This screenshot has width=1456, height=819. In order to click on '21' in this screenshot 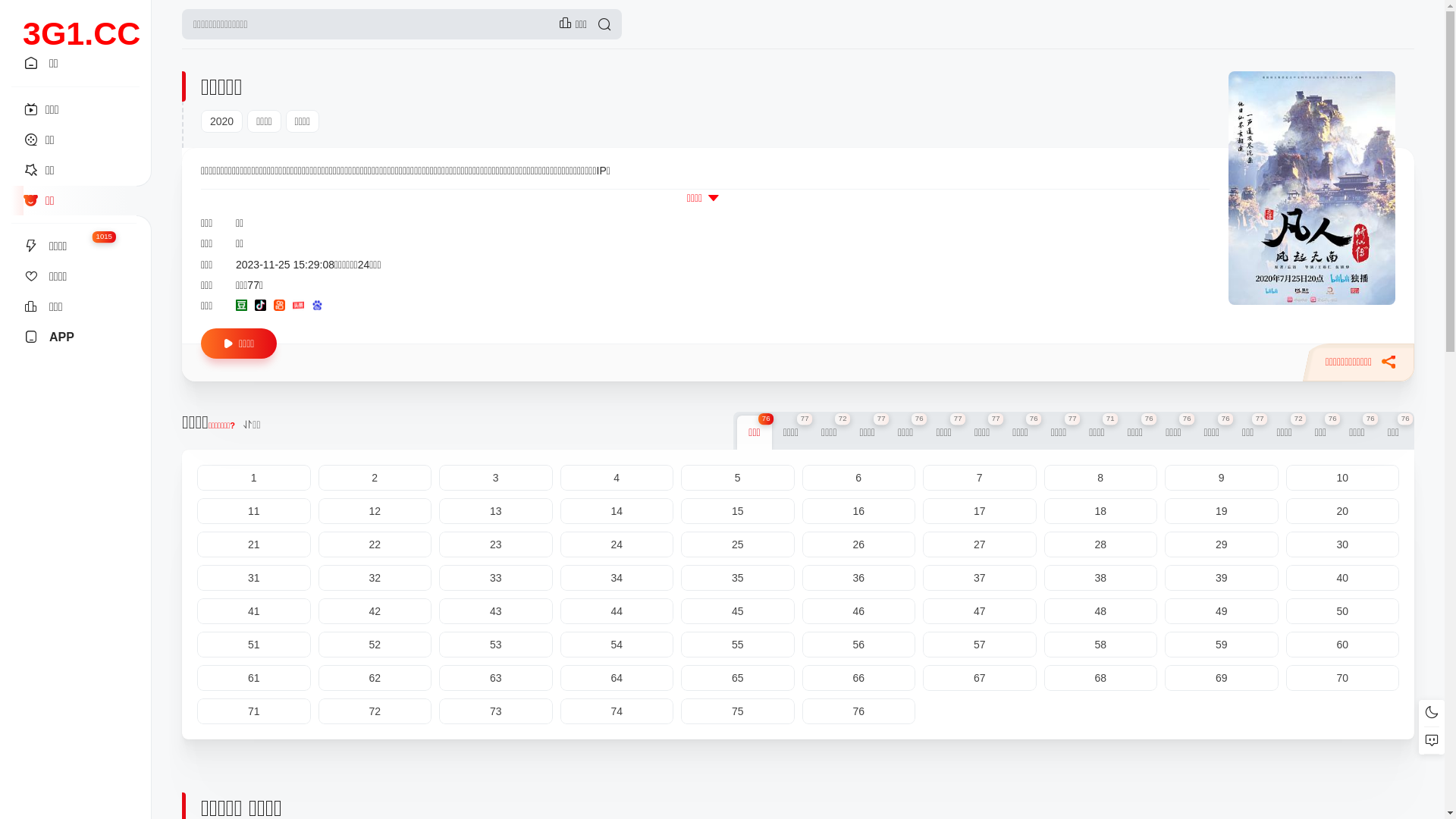, I will do `click(254, 543)`.